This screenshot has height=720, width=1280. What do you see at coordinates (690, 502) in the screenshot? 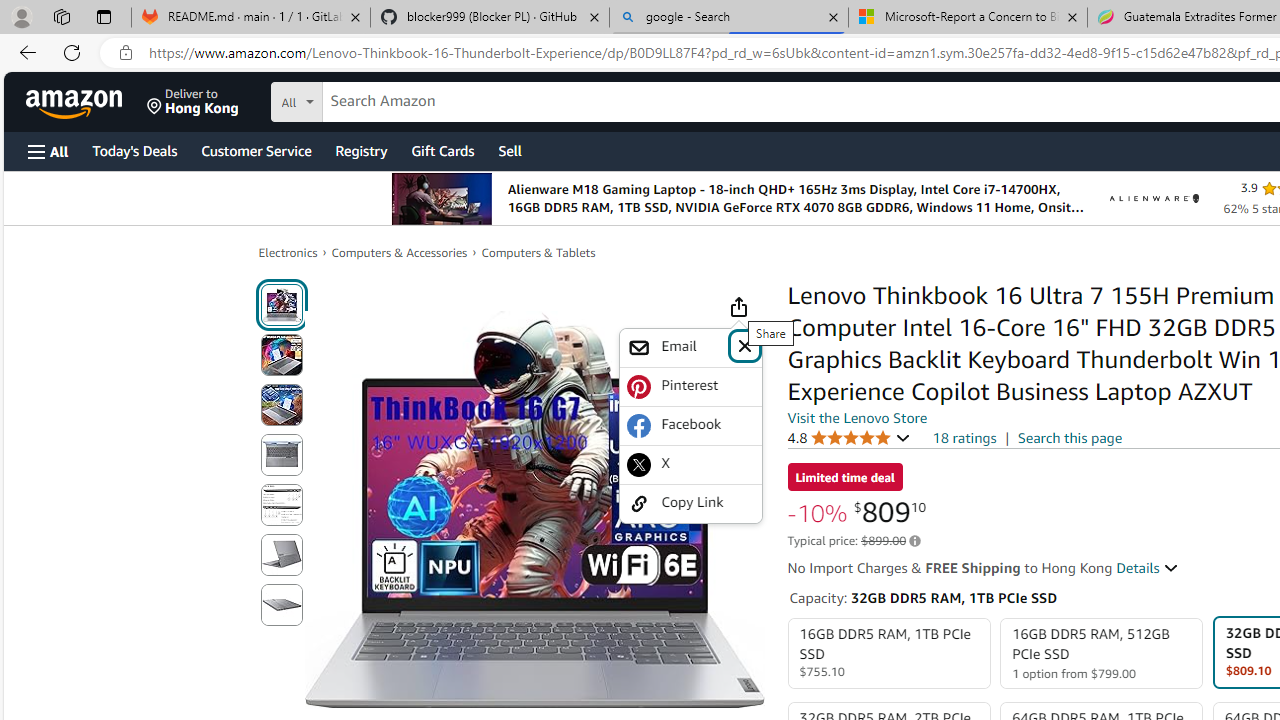
I see `'Copy Link'` at bounding box center [690, 502].